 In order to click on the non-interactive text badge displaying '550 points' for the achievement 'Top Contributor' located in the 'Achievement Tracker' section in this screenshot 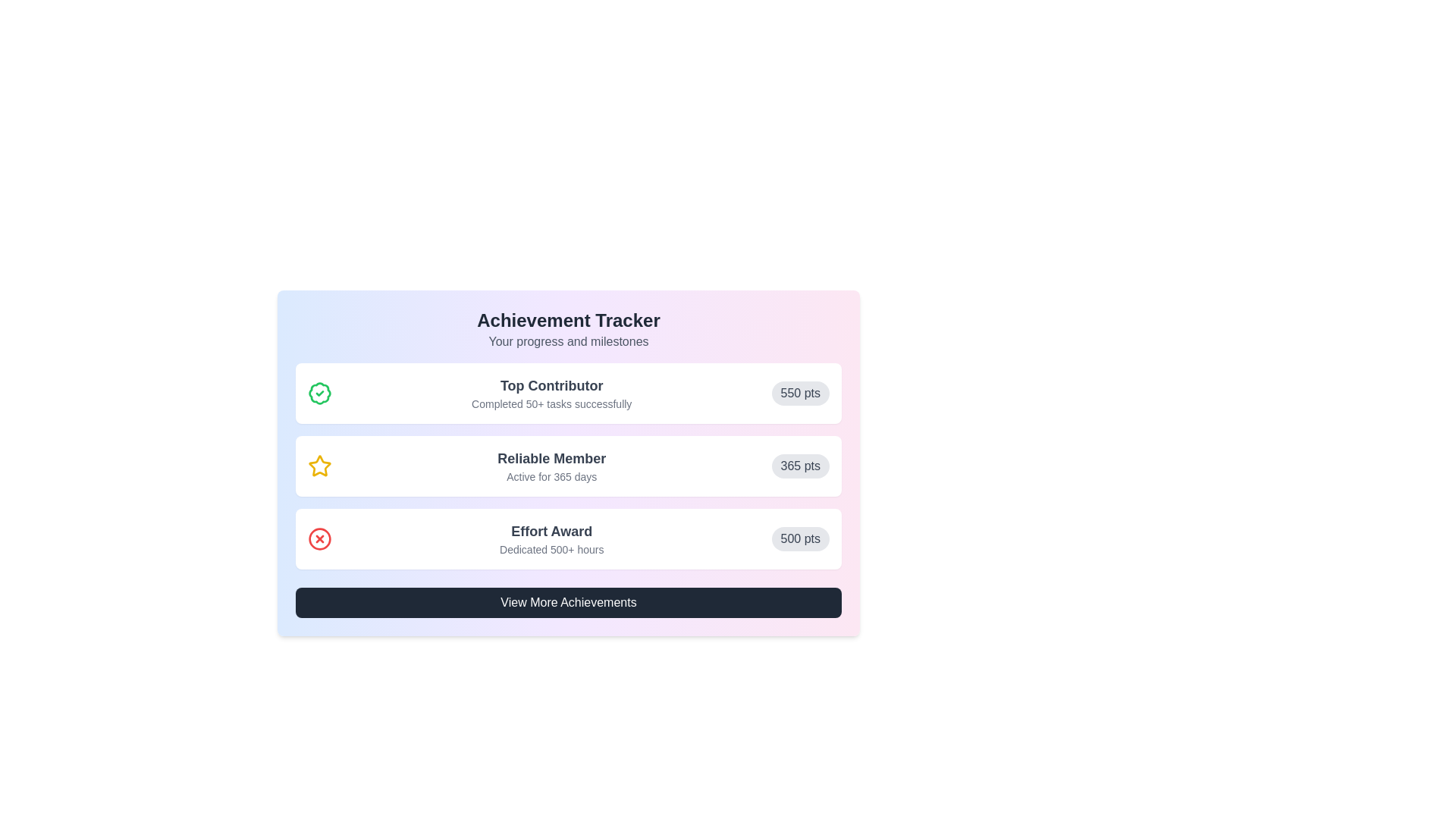, I will do `click(799, 393)`.